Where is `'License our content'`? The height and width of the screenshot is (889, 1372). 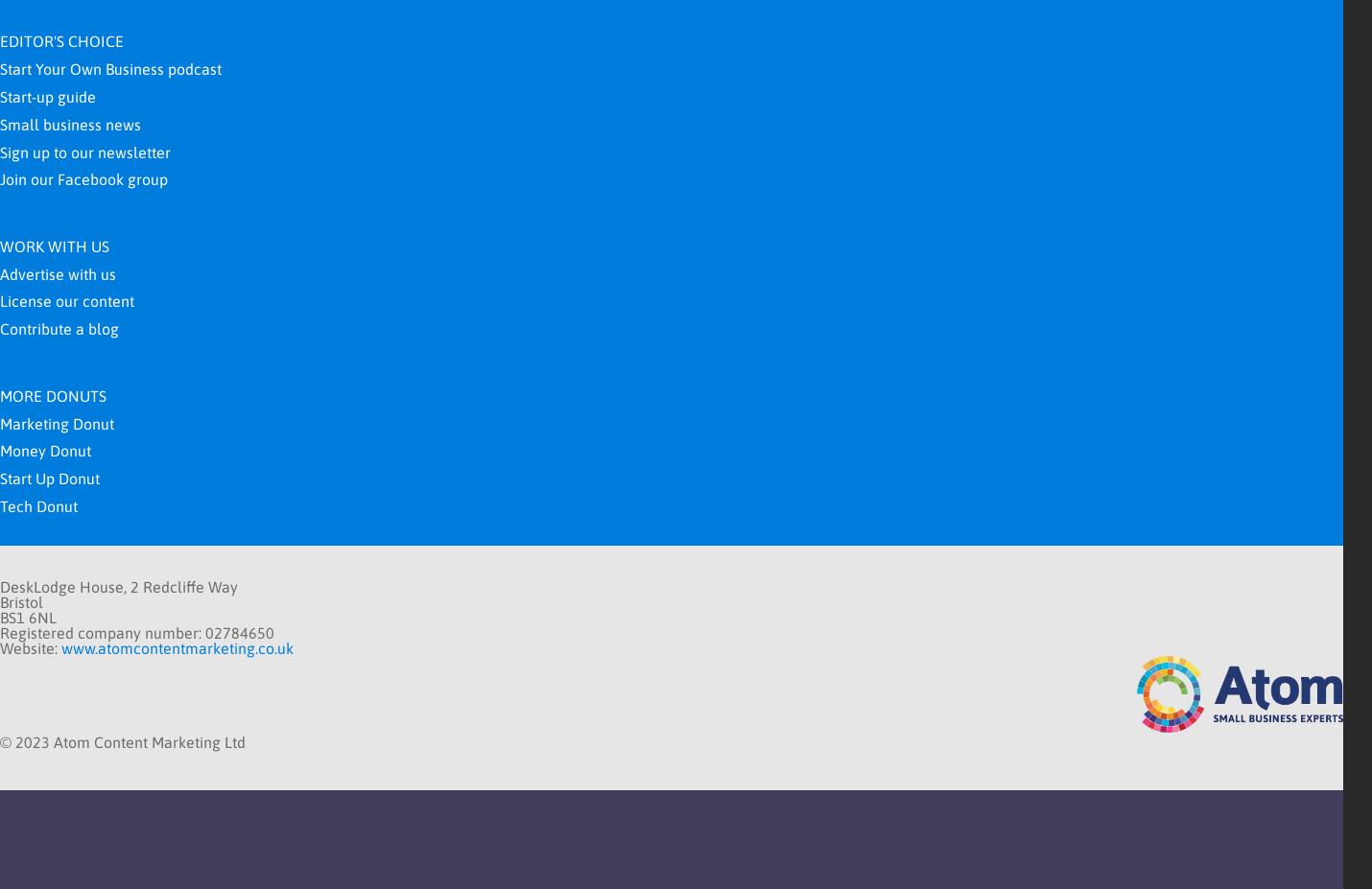 'License our content' is located at coordinates (66, 299).